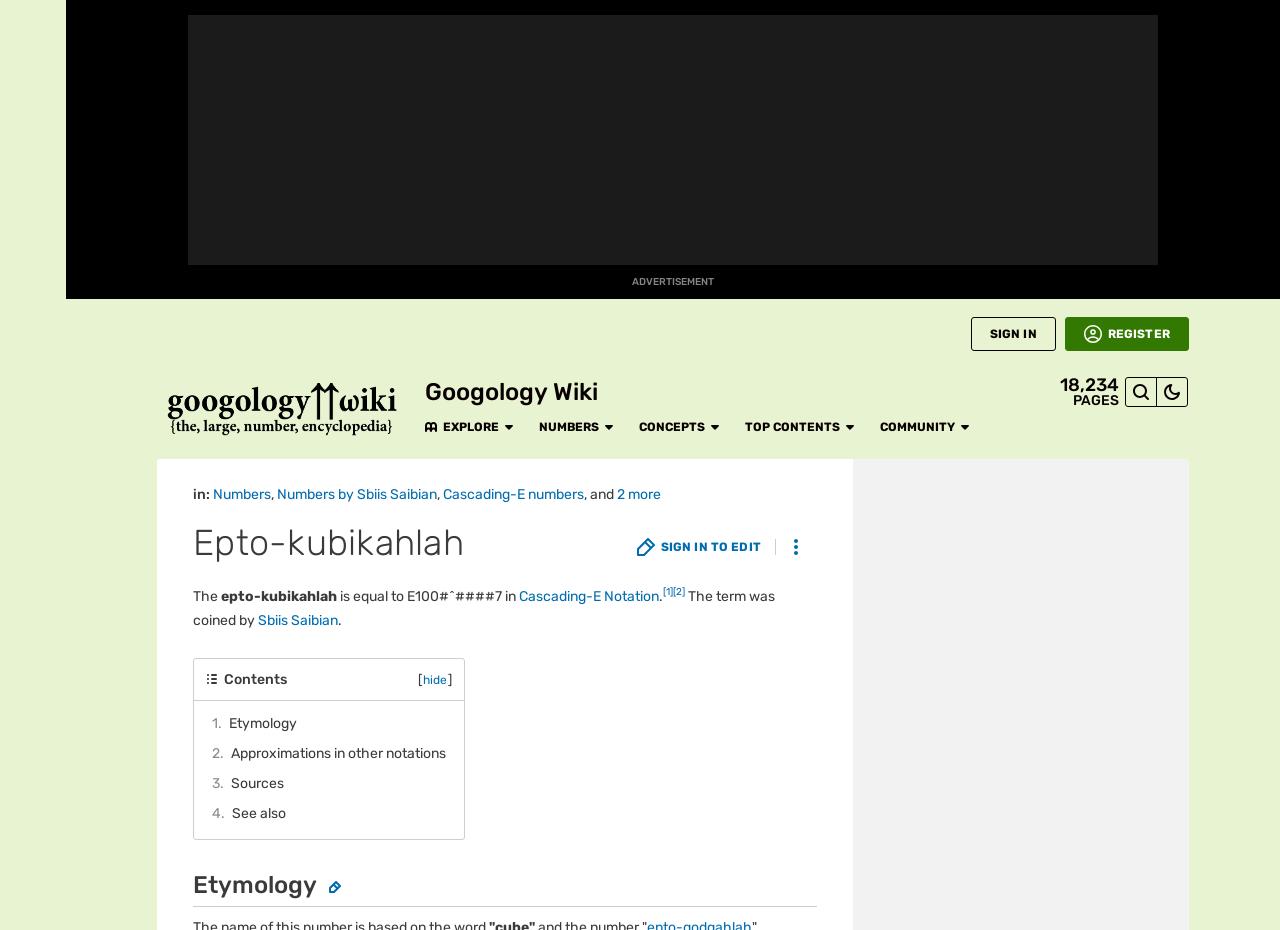  I want to click on 'Explore', so click(328, 21).